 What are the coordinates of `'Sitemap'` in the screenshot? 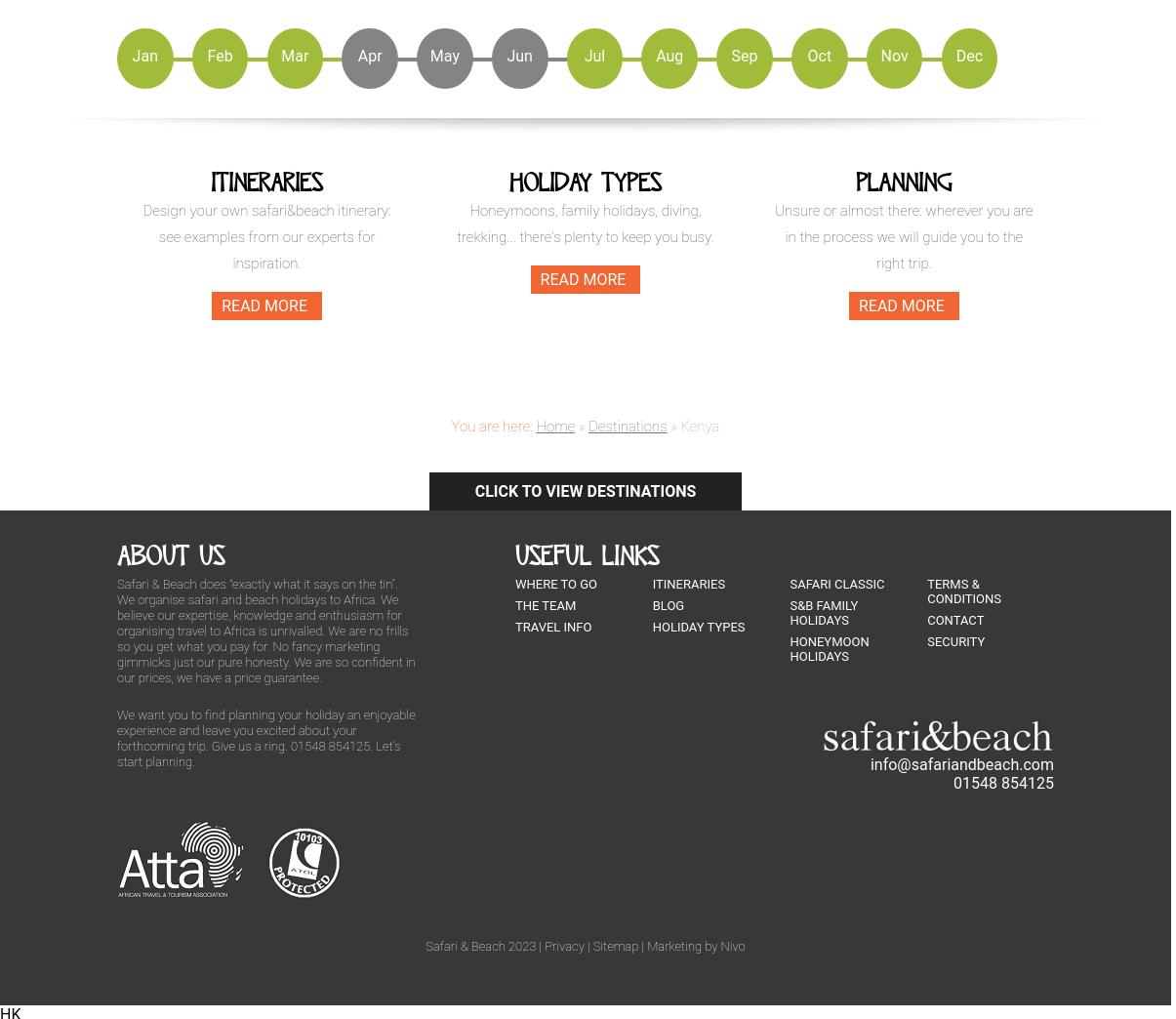 It's located at (591, 944).